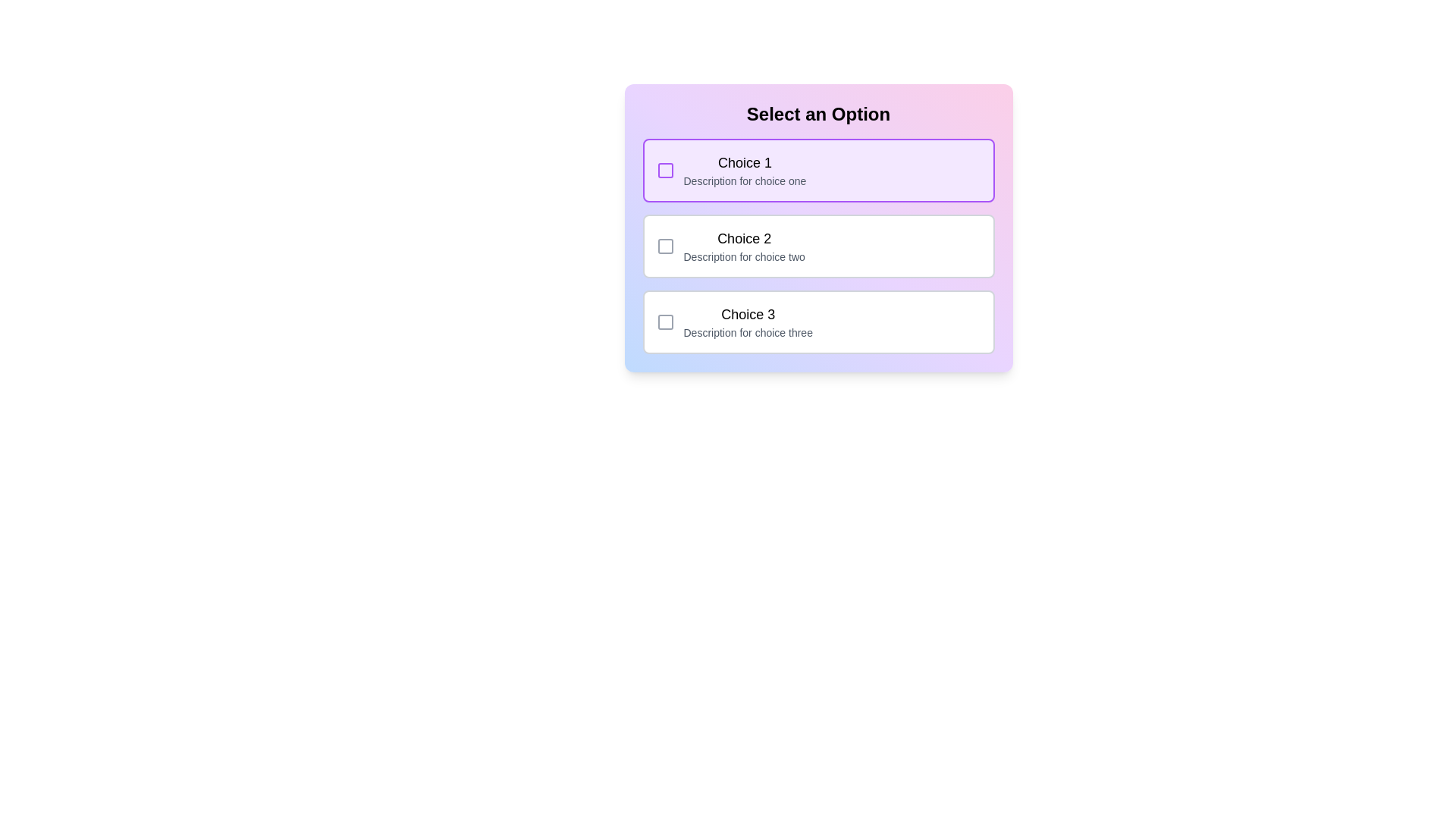 The image size is (1456, 819). I want to click on the third list item option which contains a title and brief description, so click(748, 321).